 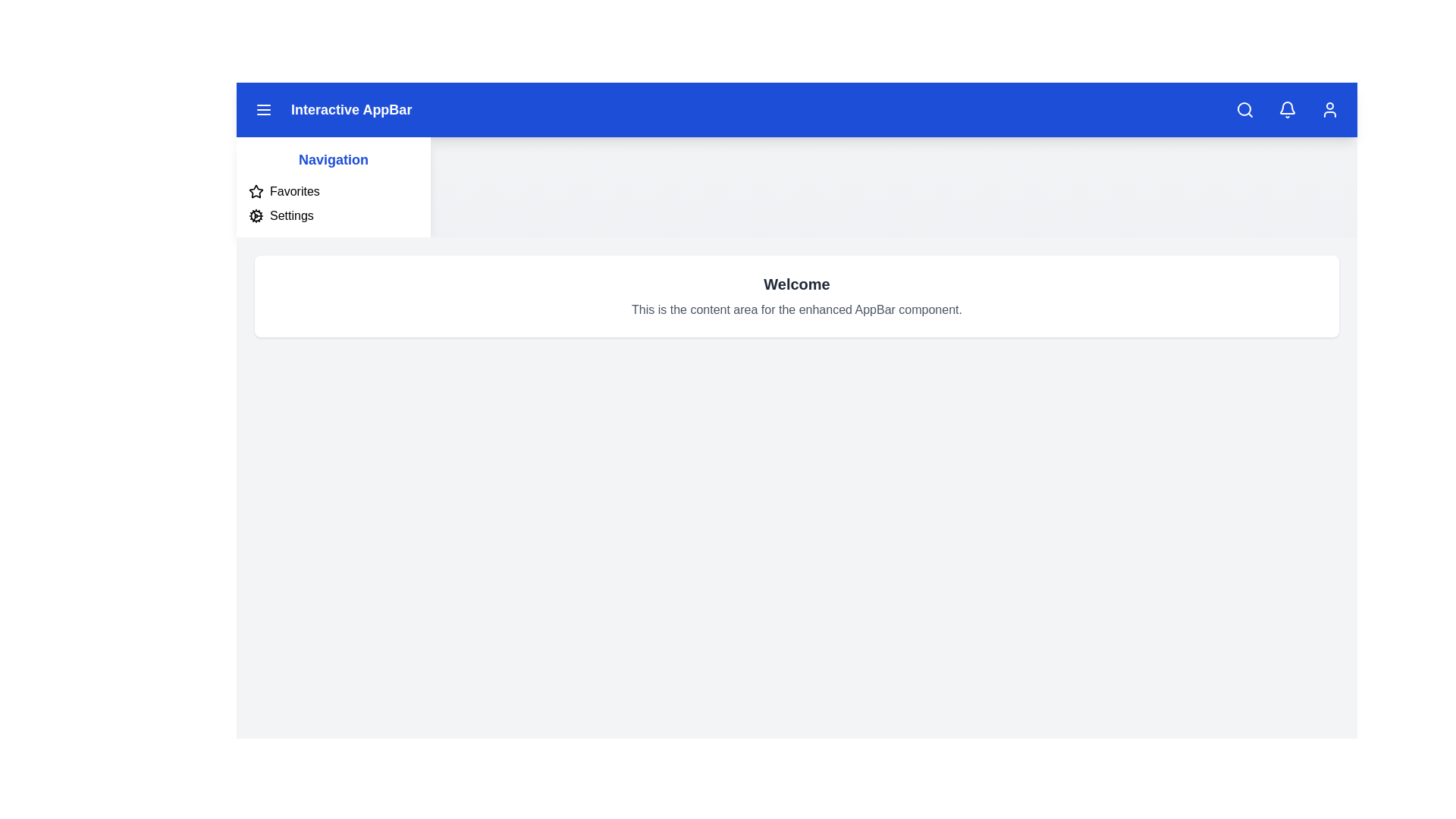 What do you see at coordinates (1244, 109) in the screenshot?
I see `the search icon in the AppBar` at bounding box center [1244, 109].